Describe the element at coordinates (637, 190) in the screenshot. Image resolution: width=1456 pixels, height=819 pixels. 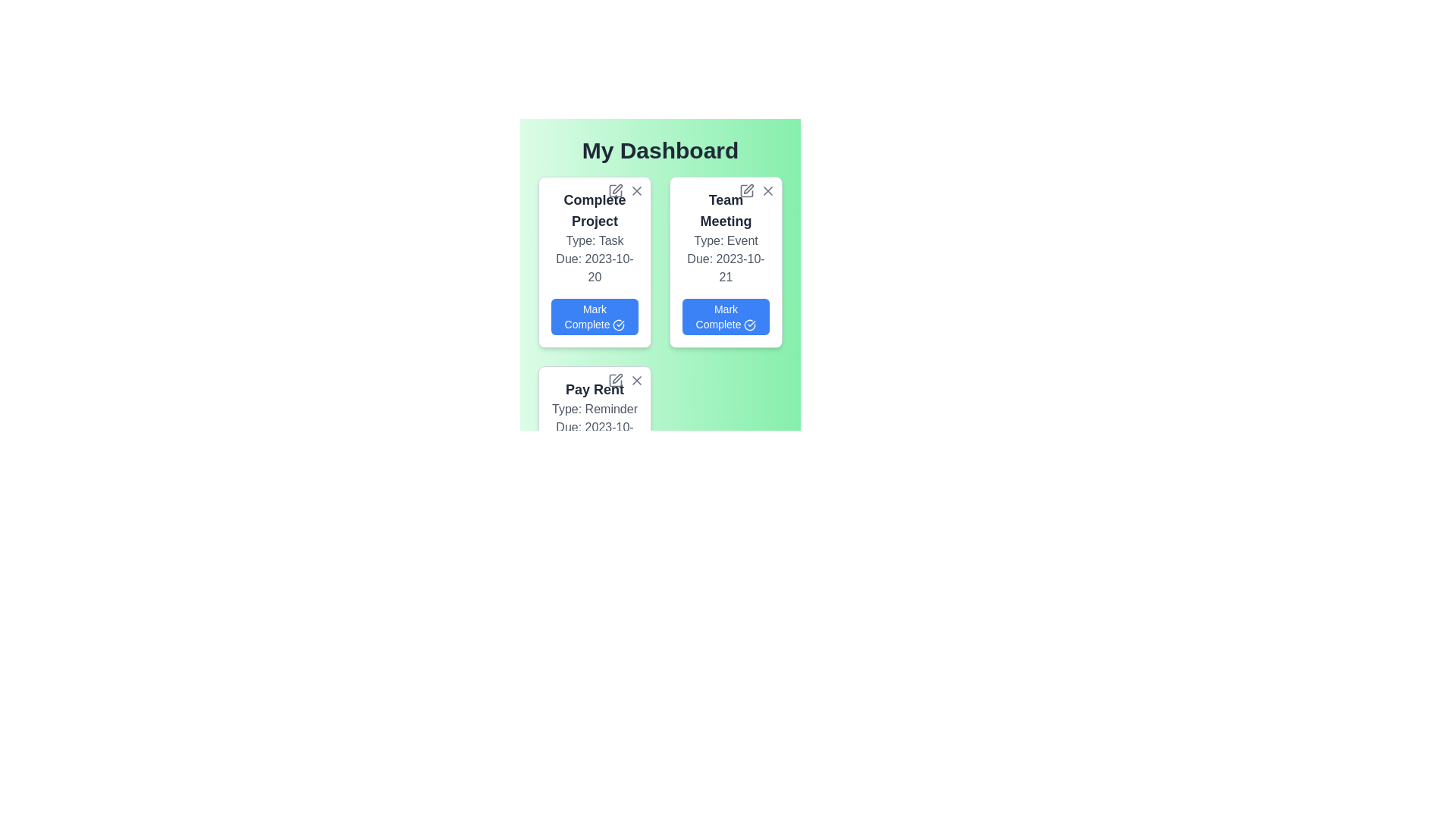
I see `the close or delete button located in the upper-right corner of the 'Complete Project' card, positioned to the right of a pencil icon` at that location.